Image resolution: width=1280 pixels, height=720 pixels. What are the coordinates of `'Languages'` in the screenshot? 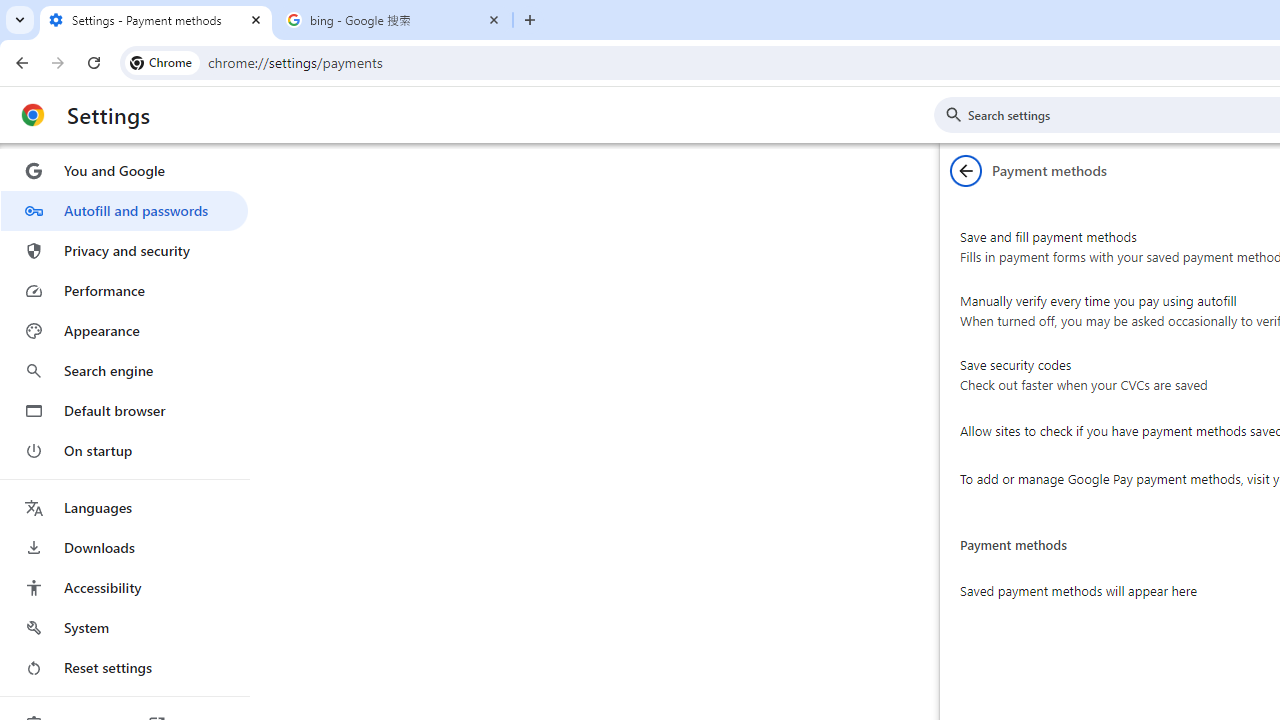 It's located at (123, 506).